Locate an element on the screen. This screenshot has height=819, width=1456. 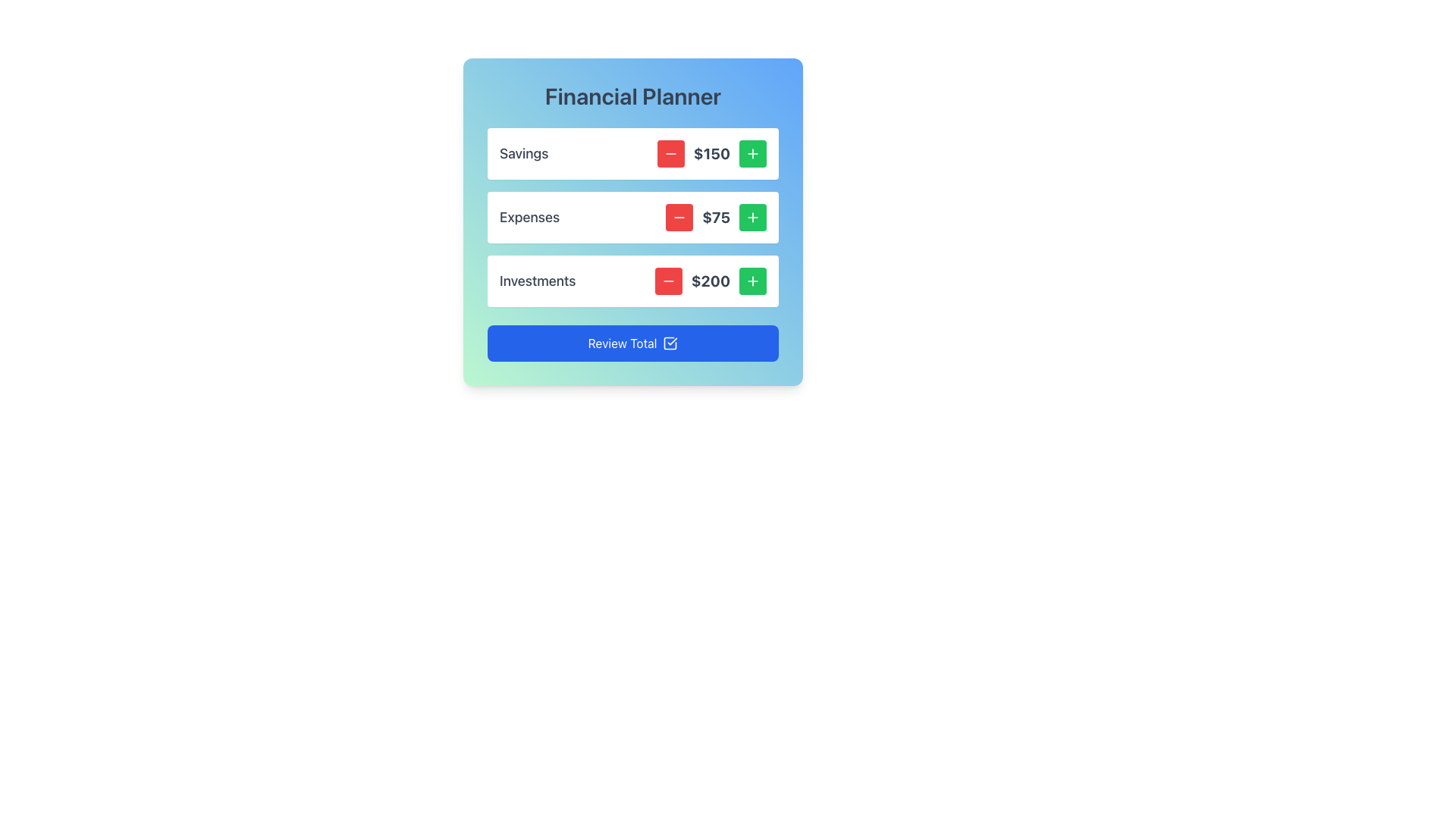
the bold text displaying '$75' which is located in the 'Expenses' section, positioned between a red subtract button and a green add button is located at coordinates (715, 217).